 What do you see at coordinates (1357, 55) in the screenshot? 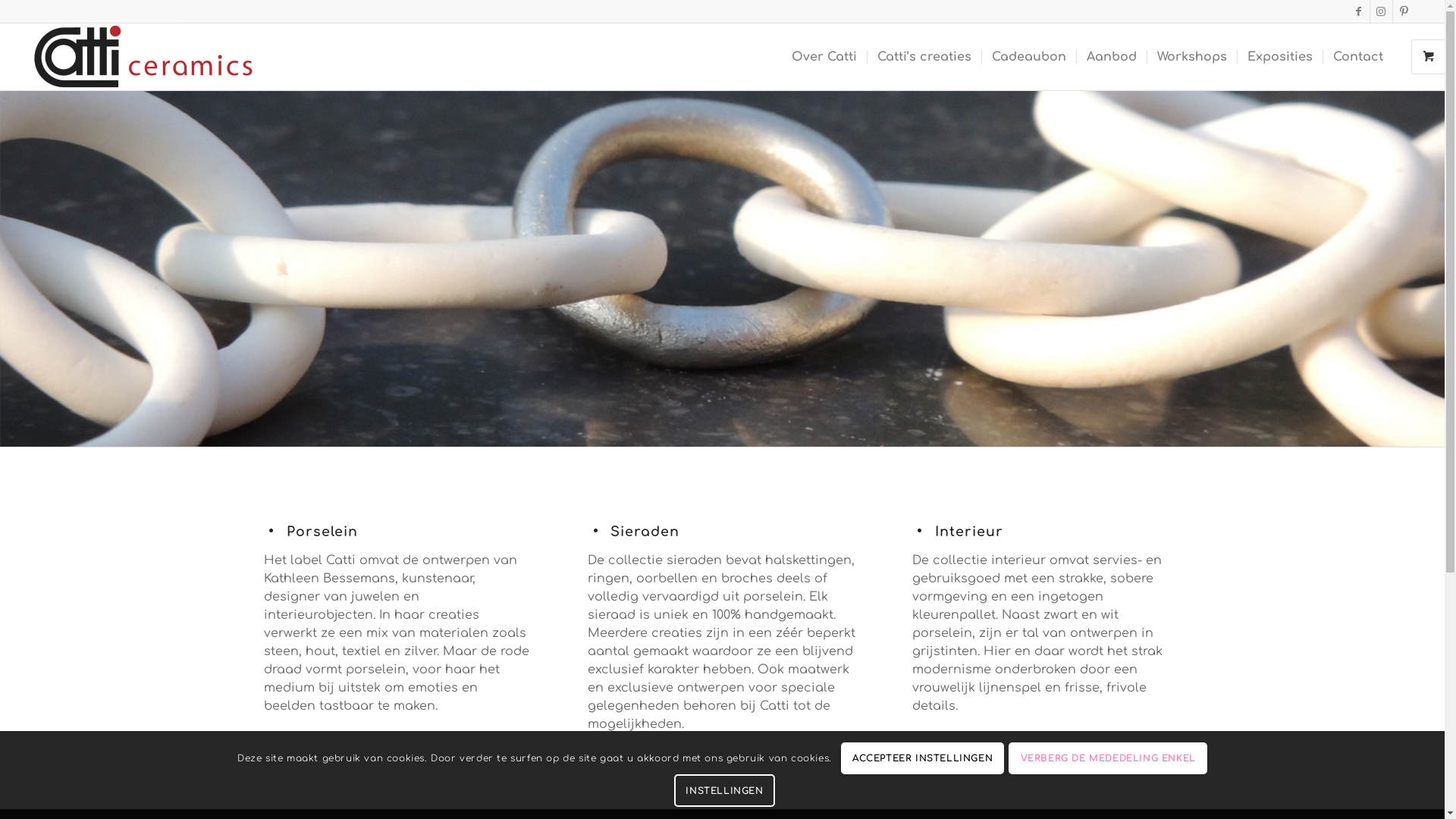
I see `'Contact'` at bounding box center [1357, 55].